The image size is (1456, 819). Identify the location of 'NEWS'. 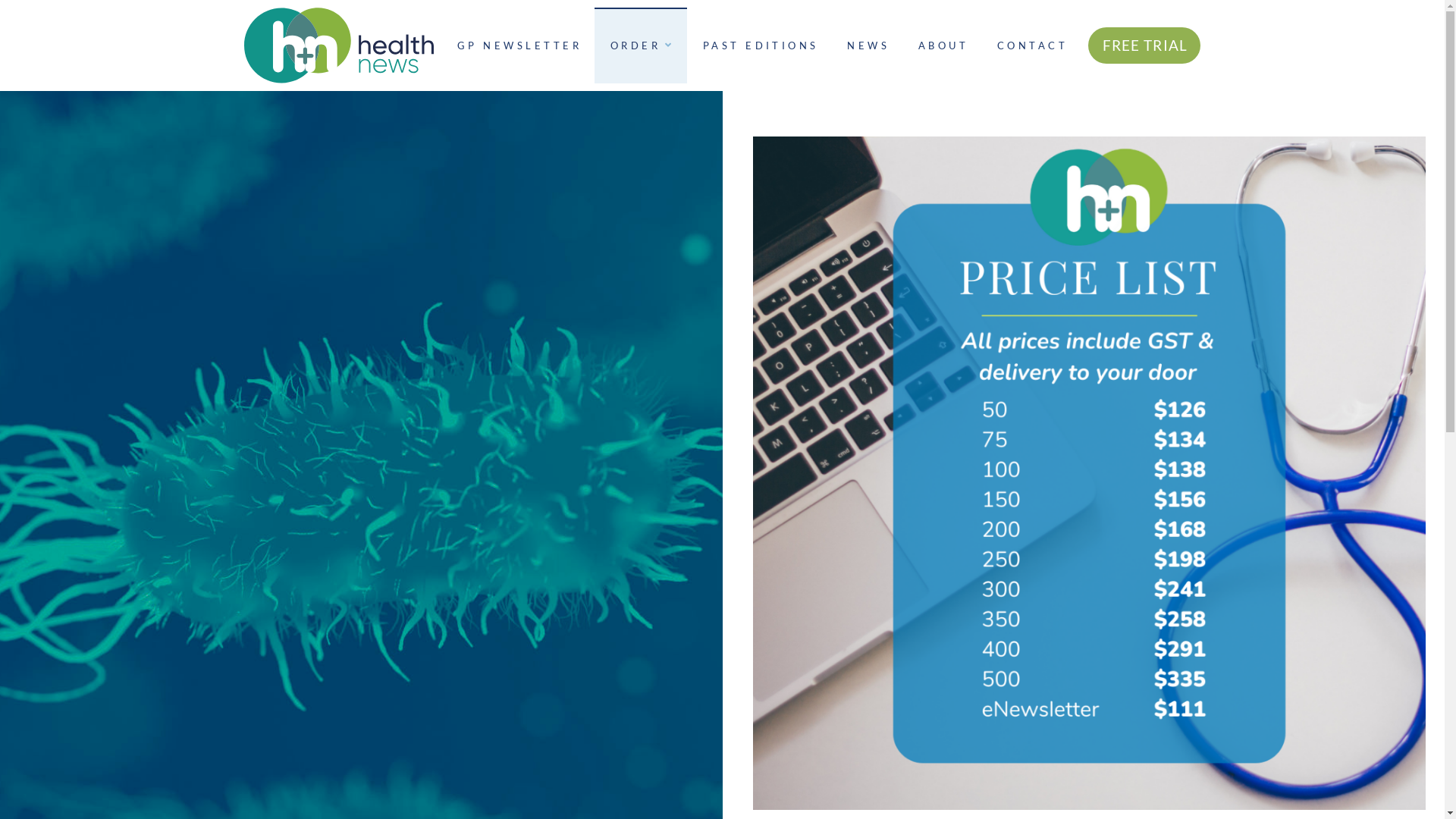
(830, 45).